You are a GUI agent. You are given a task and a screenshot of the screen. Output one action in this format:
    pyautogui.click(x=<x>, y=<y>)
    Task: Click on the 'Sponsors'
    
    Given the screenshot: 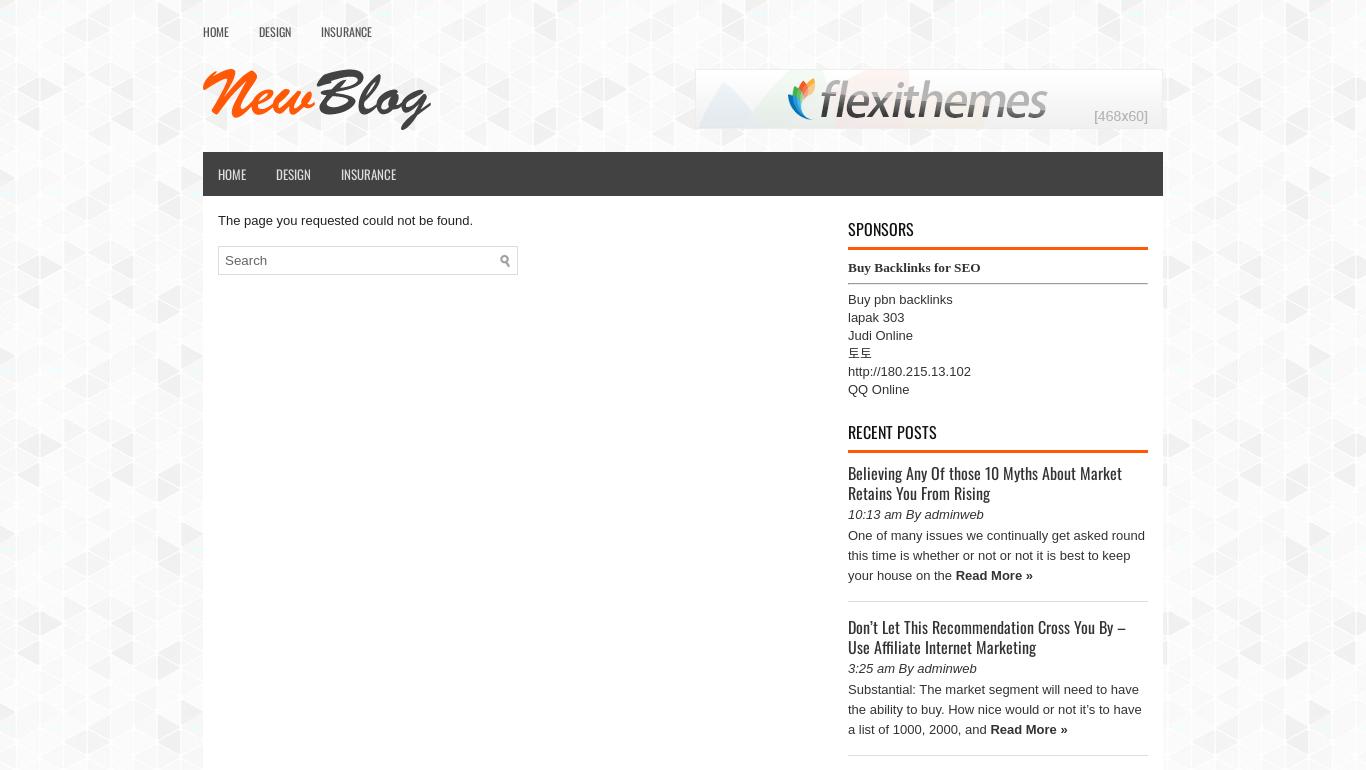 What is the action you would take?
    pyautogui.click(x=879, y=228)
    